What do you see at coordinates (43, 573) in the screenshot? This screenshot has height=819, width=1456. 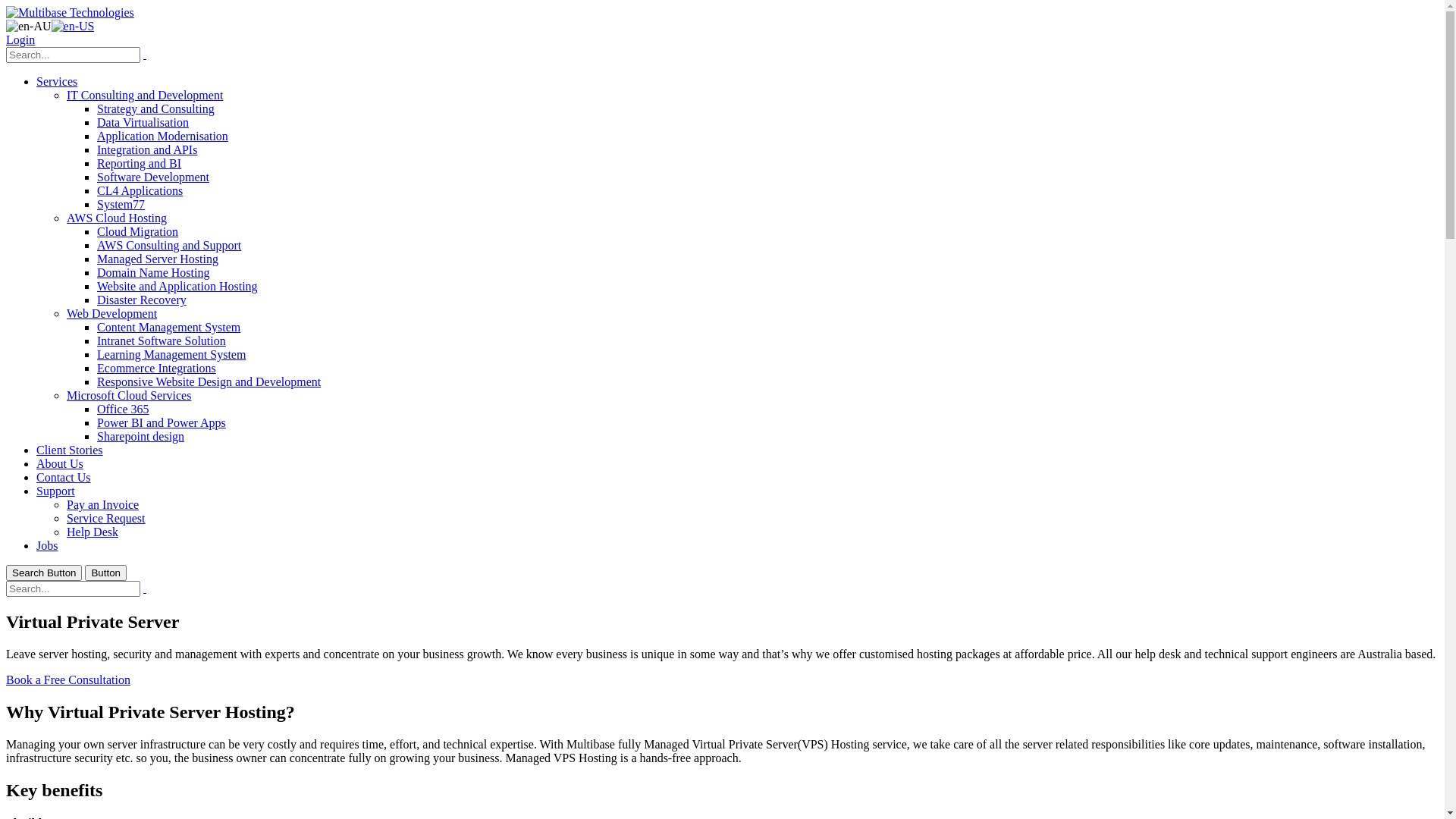 I see `'Search Button'` at bounding box center [43, 573].